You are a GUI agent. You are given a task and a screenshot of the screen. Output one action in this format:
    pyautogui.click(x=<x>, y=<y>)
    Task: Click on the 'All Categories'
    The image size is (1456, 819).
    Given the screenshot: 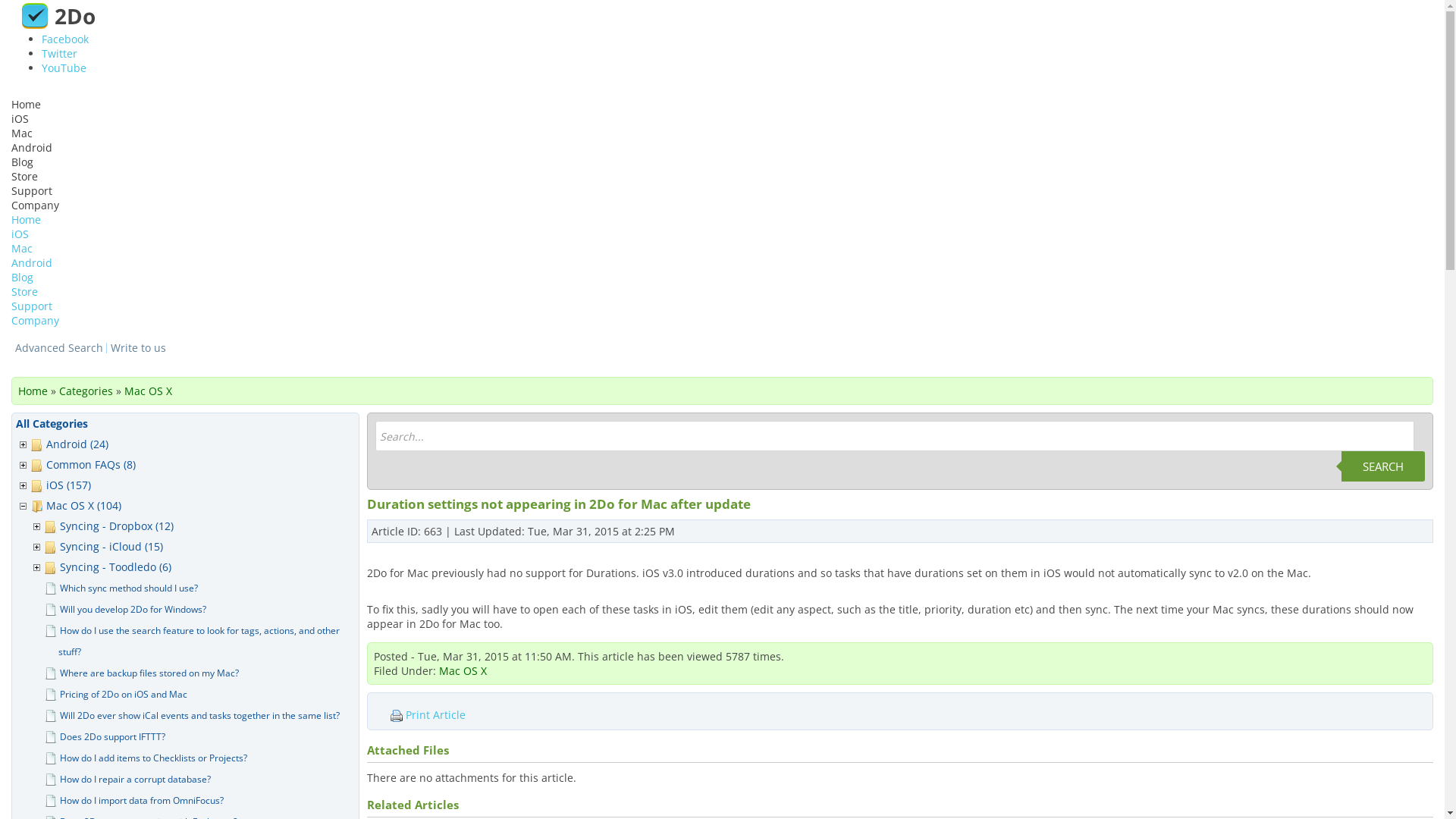 What is the action you would take?
    pyautogui.click(x=52, y=423)
    